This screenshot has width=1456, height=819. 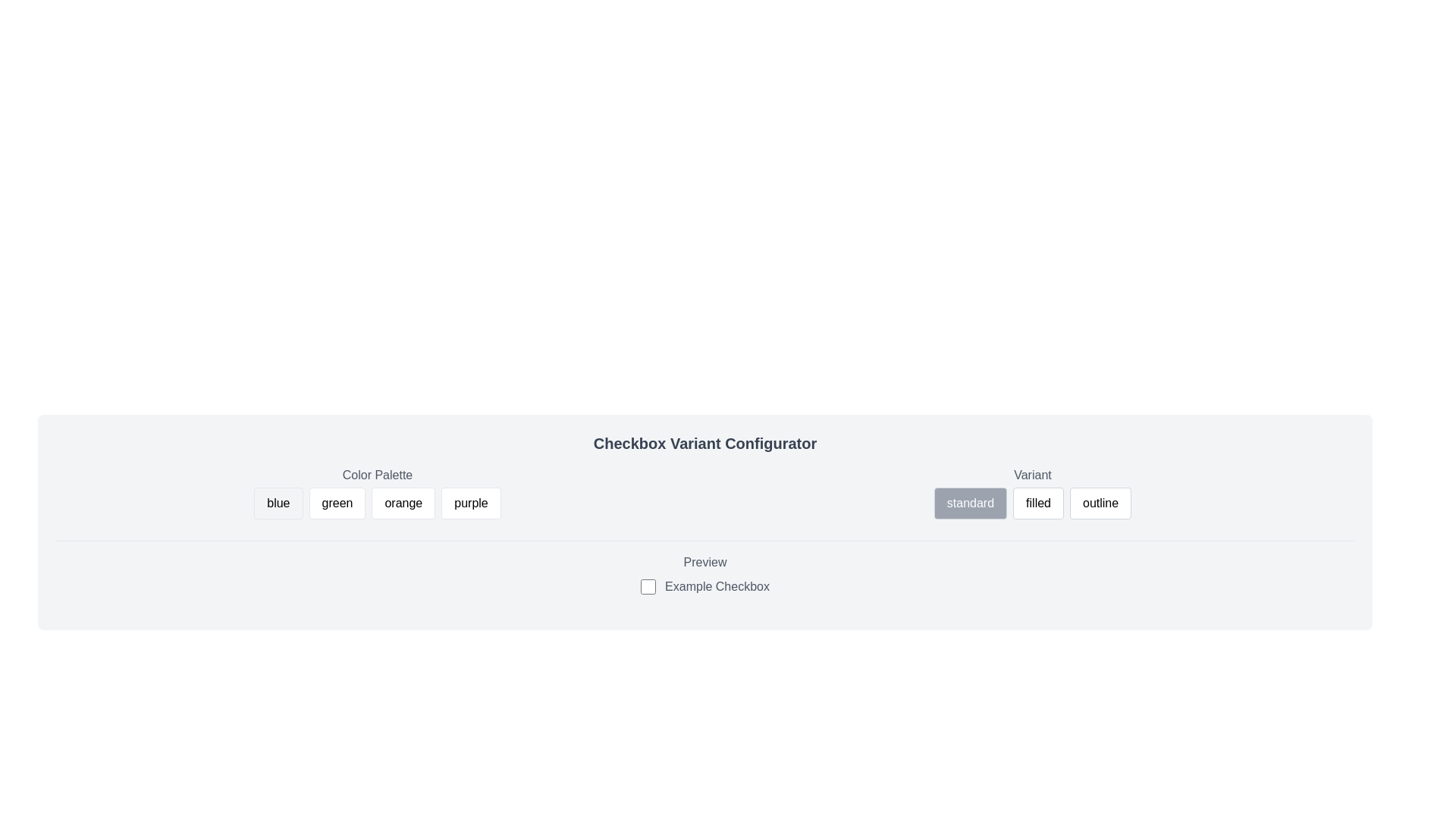 What do you see at coordinates (704, 586) in the screenshot?
I see `the 'Example Checkbox' located in the lower-central part of the interface within the 'Preview' section` at bounding box center [704, 586].